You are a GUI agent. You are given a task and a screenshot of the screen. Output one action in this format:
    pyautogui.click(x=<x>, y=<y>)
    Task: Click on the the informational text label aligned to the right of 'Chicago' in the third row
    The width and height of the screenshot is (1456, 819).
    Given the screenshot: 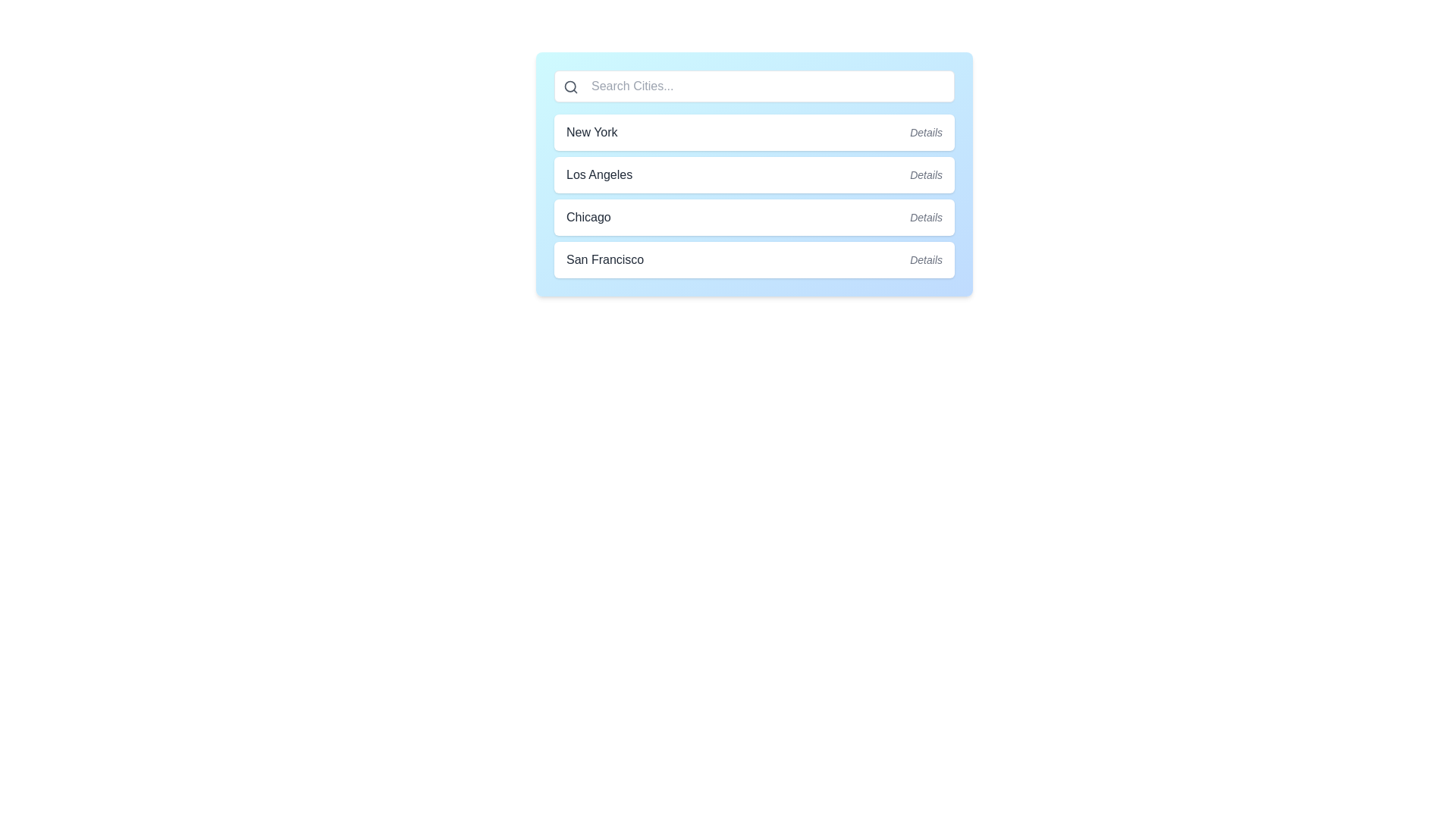 What is the action you would take?
    pyautogui.click(x=925, y=217)
    